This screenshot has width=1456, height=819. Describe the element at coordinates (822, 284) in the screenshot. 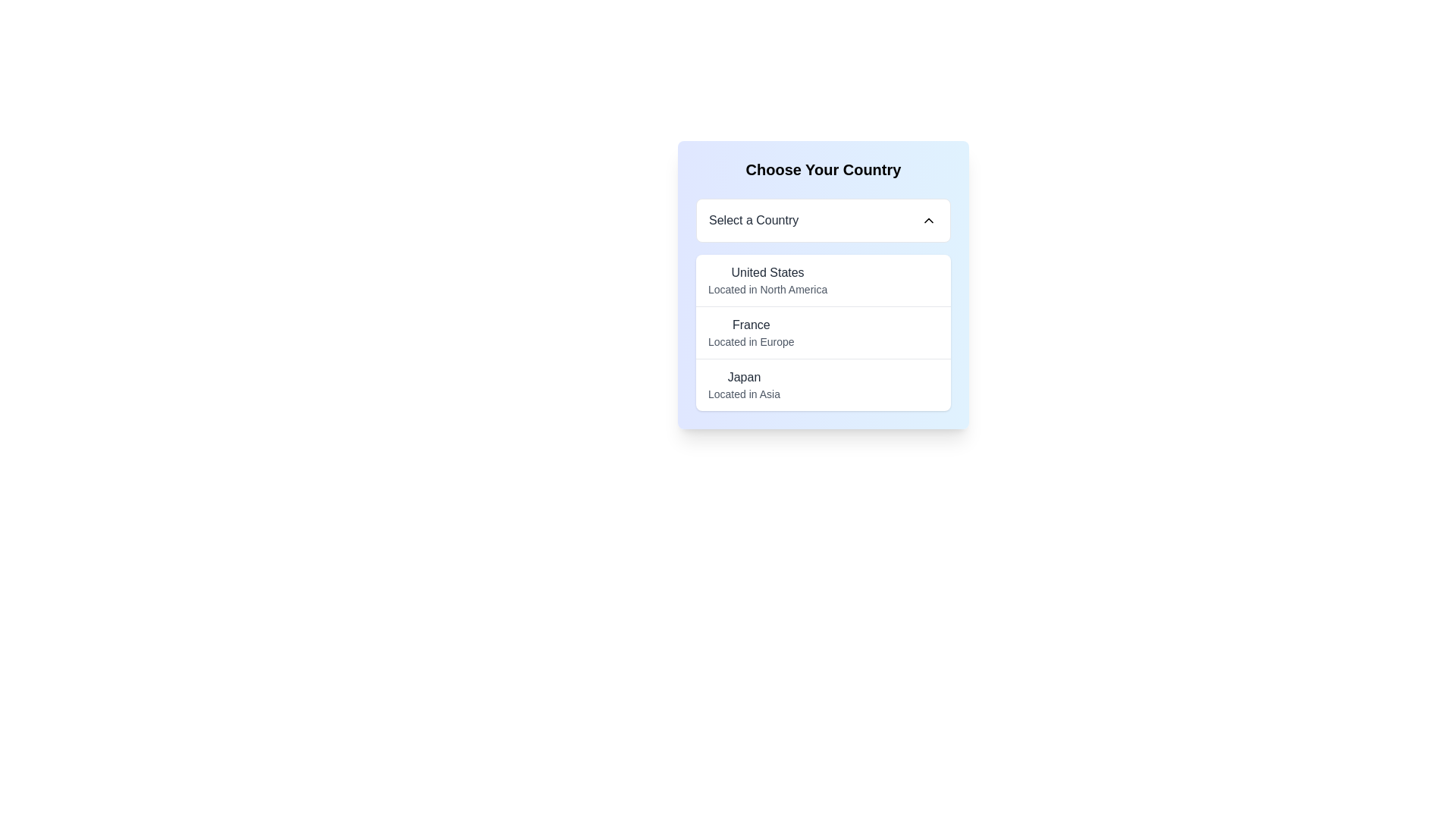

I see `the highlighted country selection entry titled 'United States'` at that location.